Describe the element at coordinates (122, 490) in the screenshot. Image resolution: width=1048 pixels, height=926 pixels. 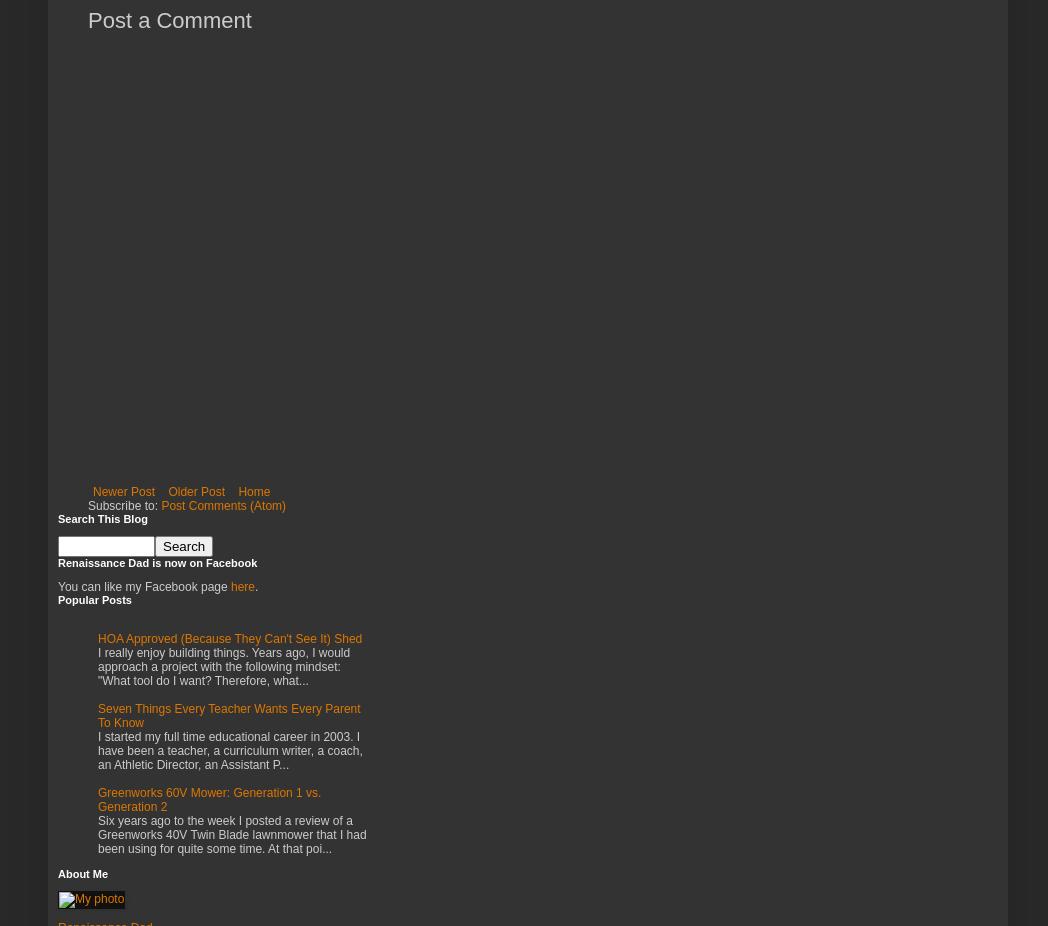
I see `'Newer Post'` at that location.